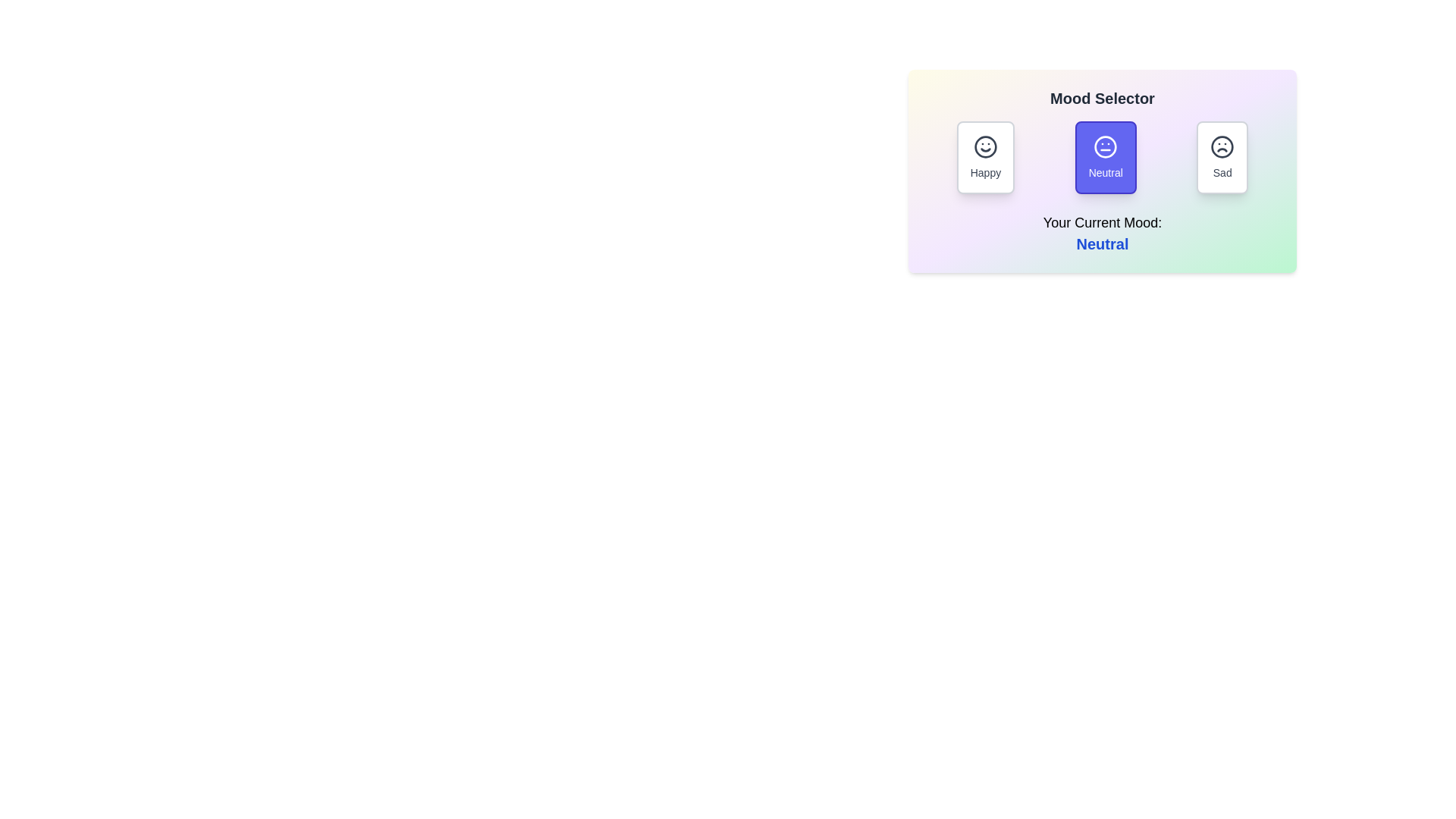 This screenshot has height=819, width=1456. I want to click on the 'Neutral' mood icon located in the central button of the three-button mood selector bar, which indicates the selected mood when active, so click(1106, 146).